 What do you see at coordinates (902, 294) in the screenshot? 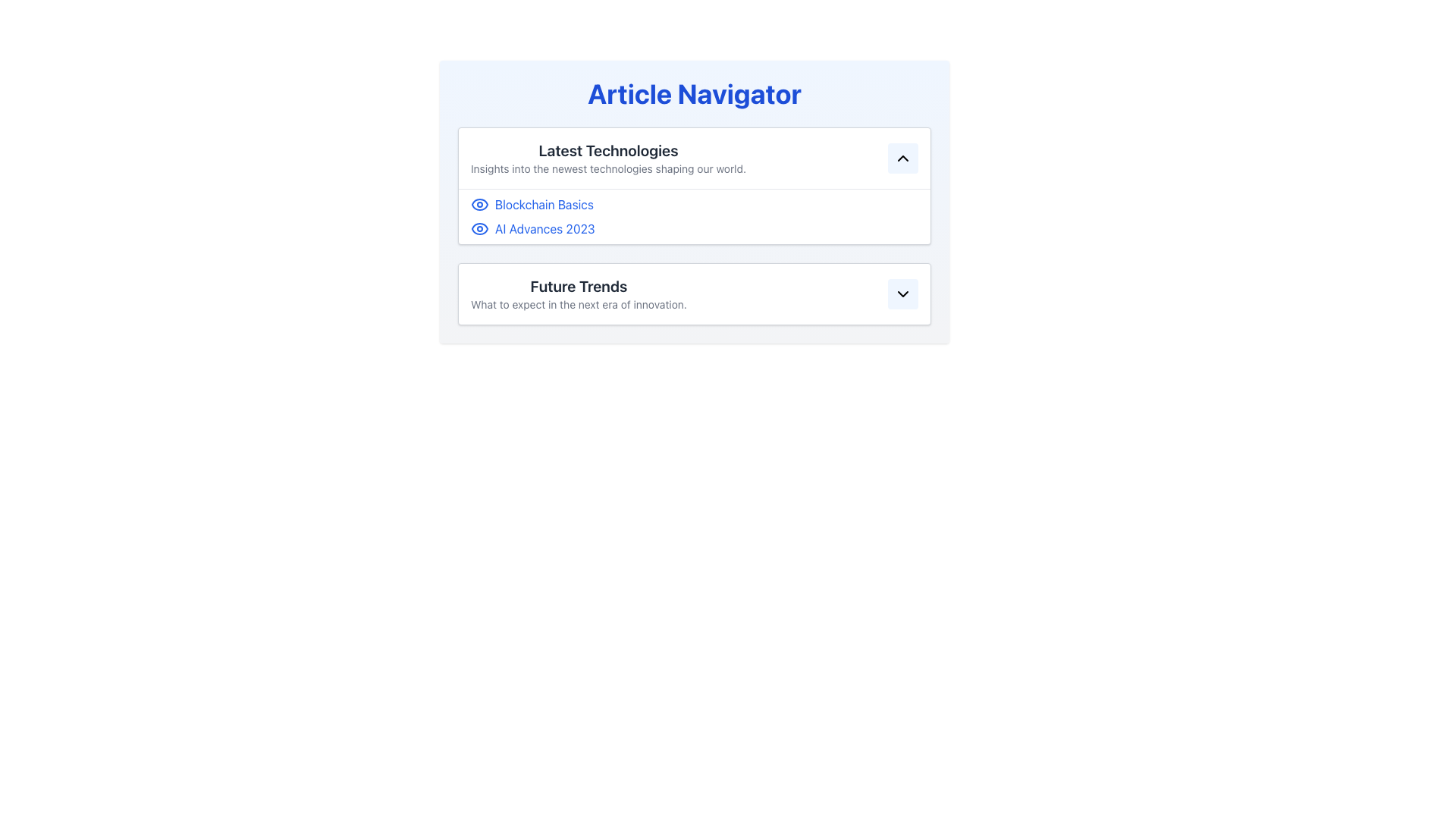
I see `the downward-facing chevron icon within the interactive gray button area` at bounding box center [902, 294].